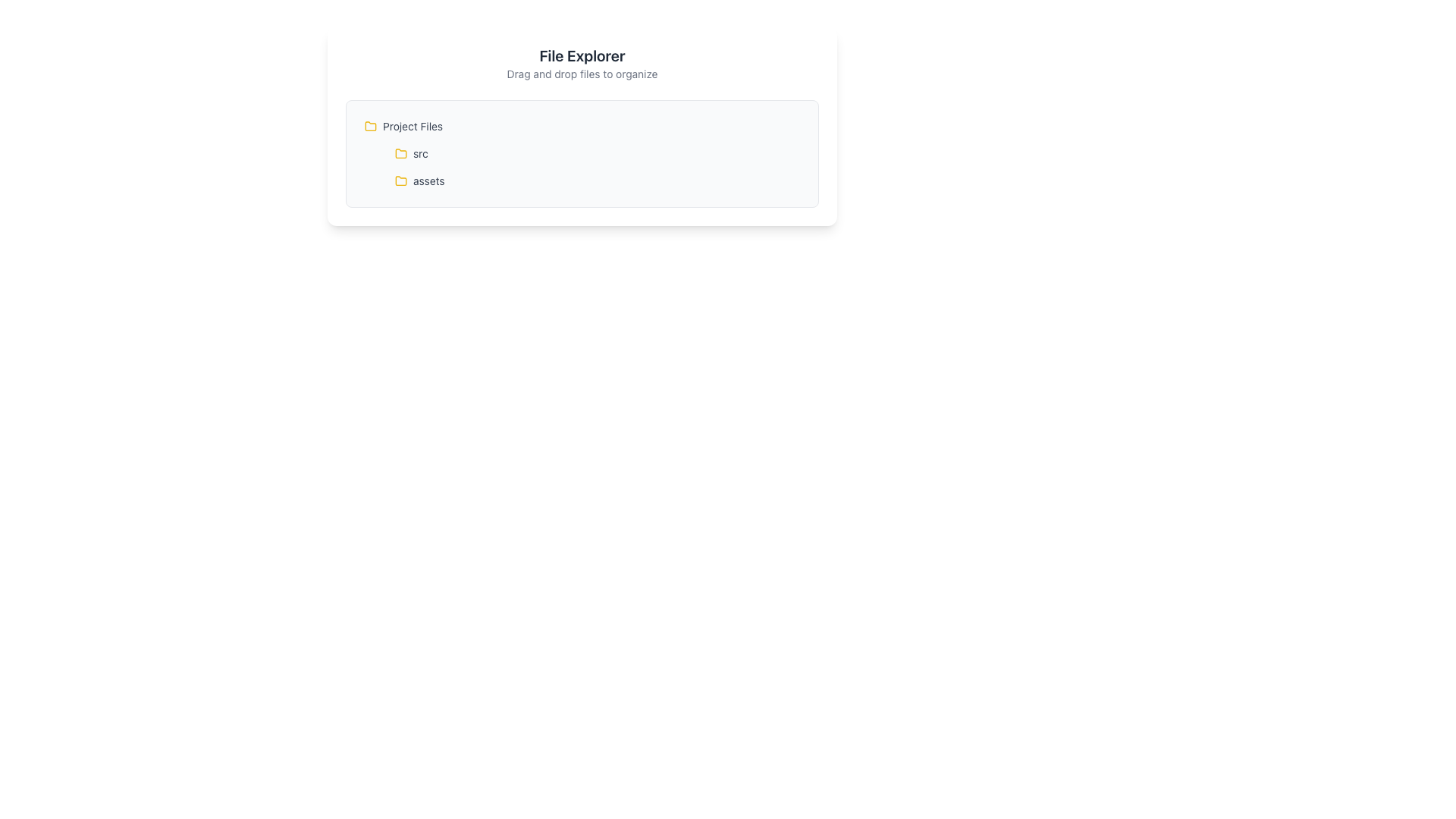  I want to click on the text label indicating the name of a folder within the file management interface, so click(428, 180).